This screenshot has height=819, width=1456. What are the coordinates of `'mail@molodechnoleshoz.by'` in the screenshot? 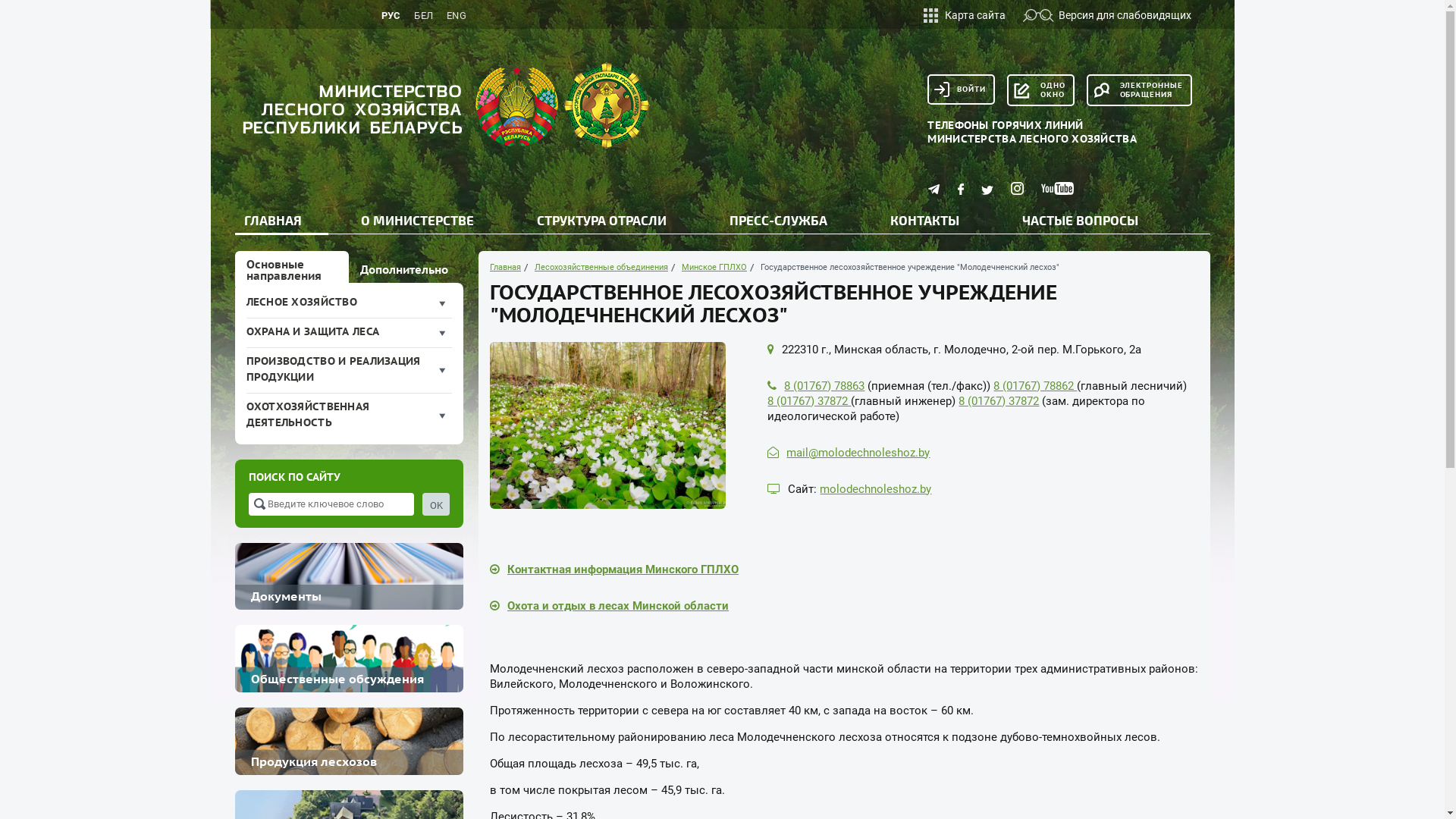 It's located at (858, 452).